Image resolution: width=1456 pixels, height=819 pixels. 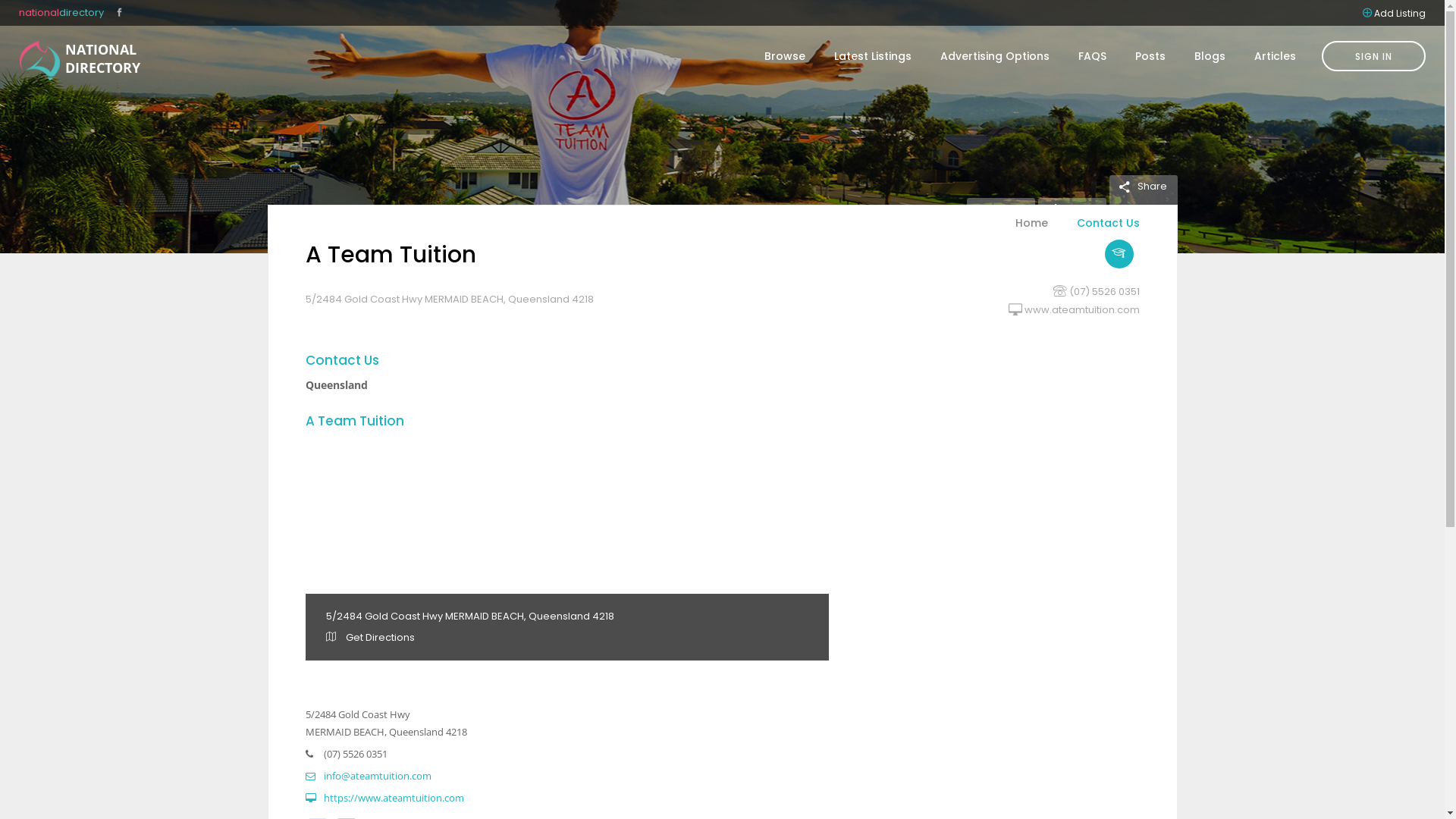 I want to click on 'Get Directions', so click(x=370, y=637).